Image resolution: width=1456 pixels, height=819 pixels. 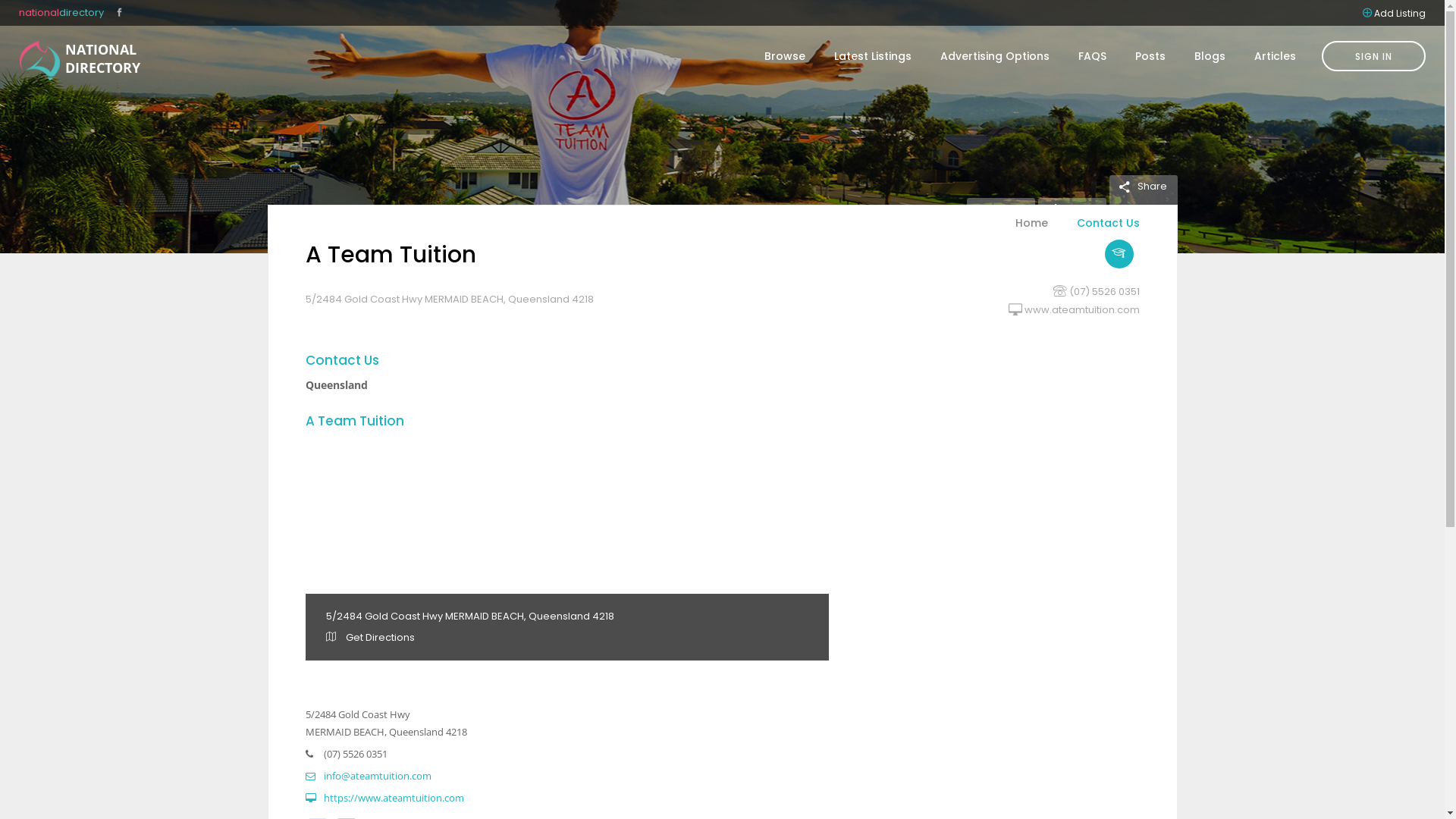 I want to click on 'Get Directions', so click(x=370, y=637).